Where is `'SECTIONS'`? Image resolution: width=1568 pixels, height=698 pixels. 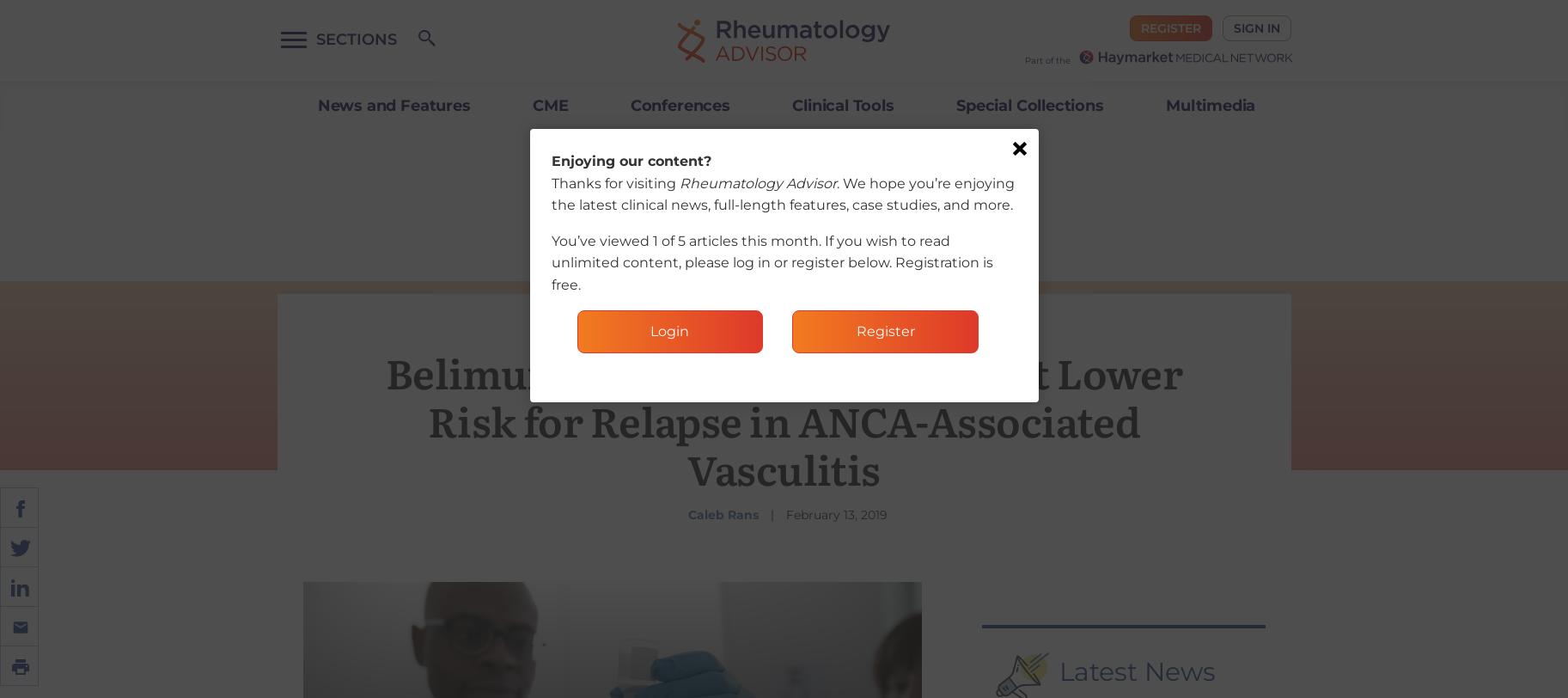
'SECTIONS' is located at coordinates (354, 40).